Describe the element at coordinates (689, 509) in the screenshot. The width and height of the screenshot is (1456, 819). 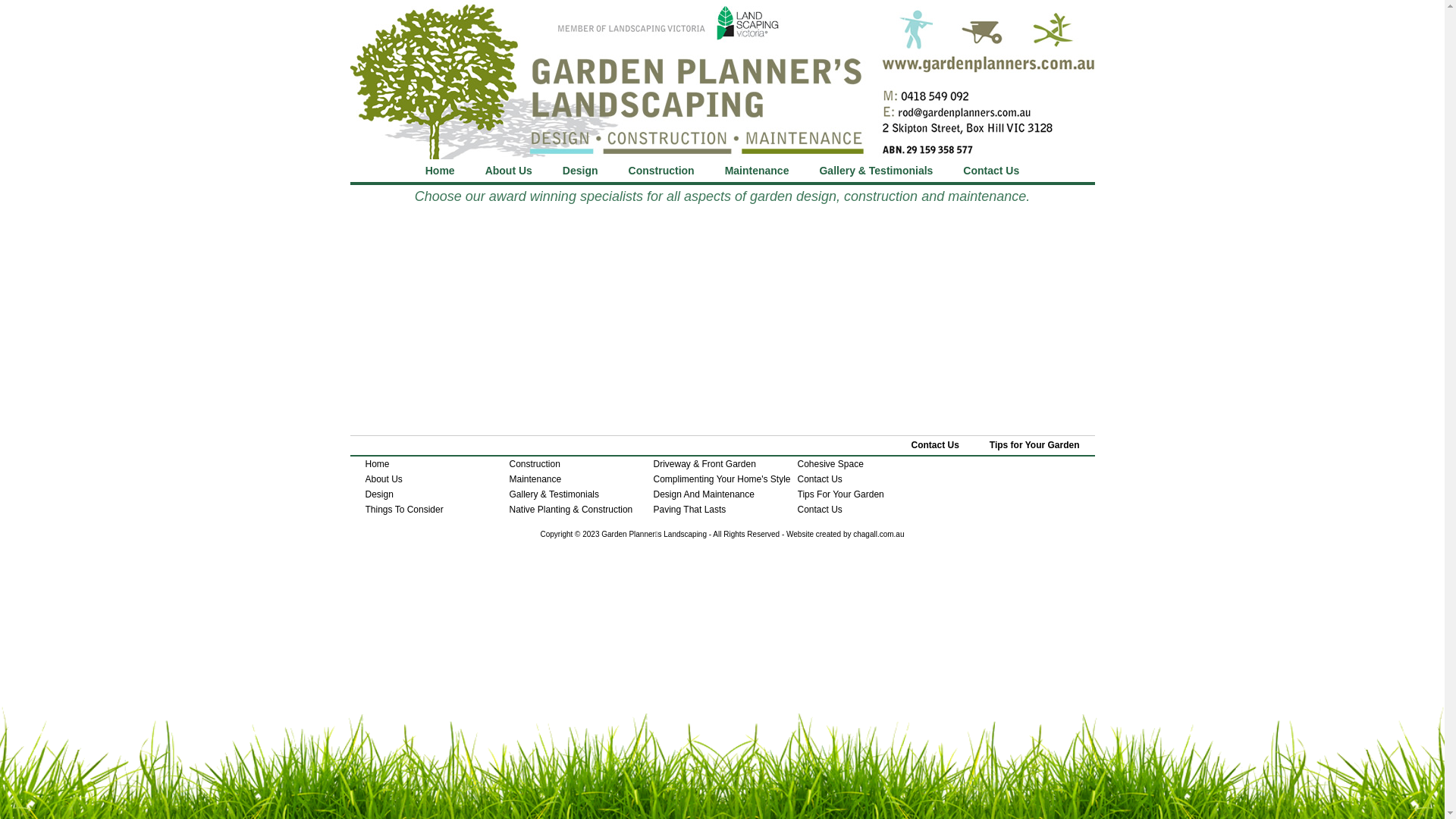
I see `'Paving That Lasts'` at that location.